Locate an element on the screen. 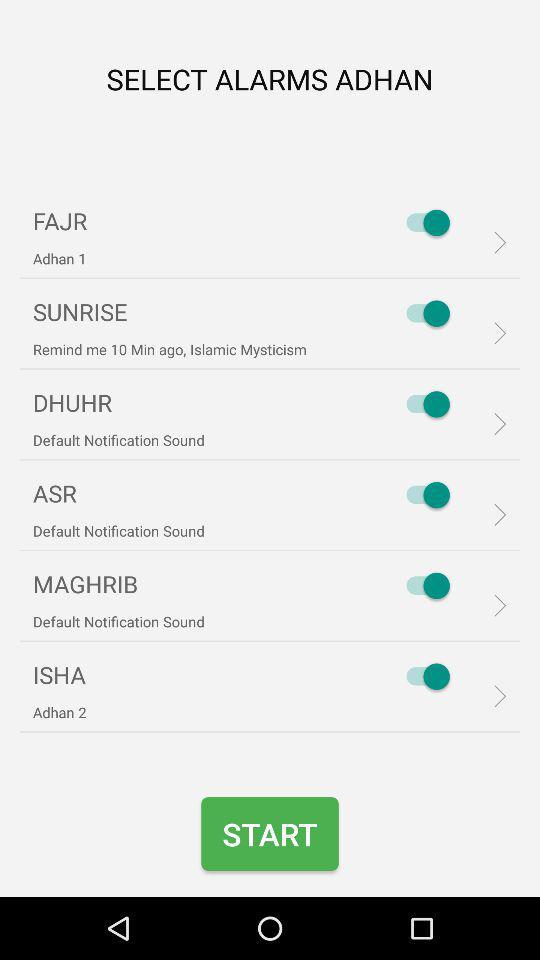 This screenshot has height=960, width=540. asr is located at coordinates (422, 494).